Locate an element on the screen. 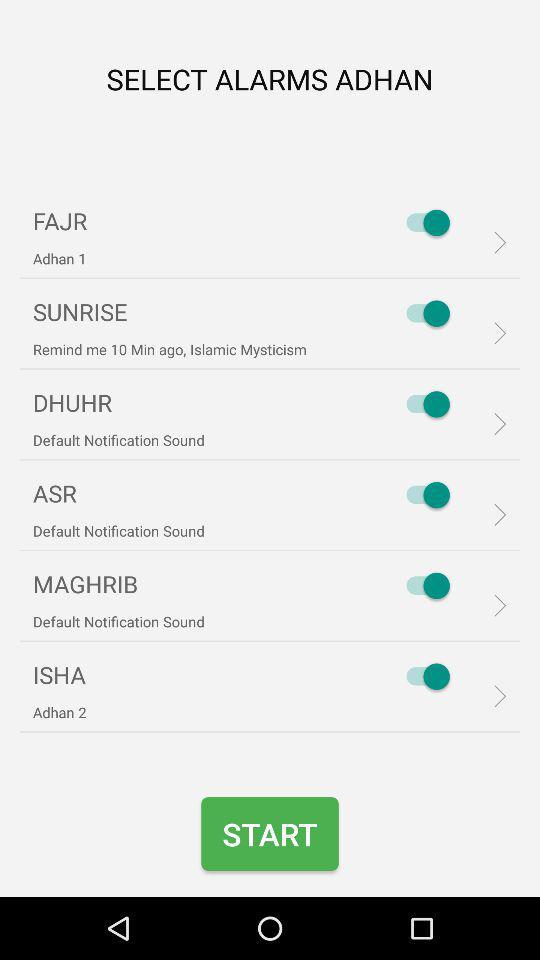 This screenshot has height=960, width=540. asr is located at coordinates (422, 494).